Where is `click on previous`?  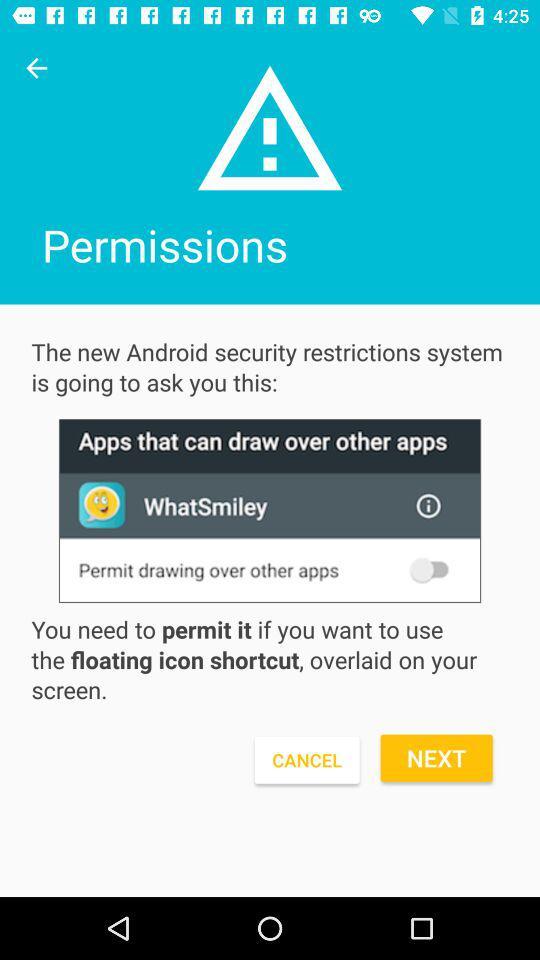
click on previous is located at coordinates (36, 68).